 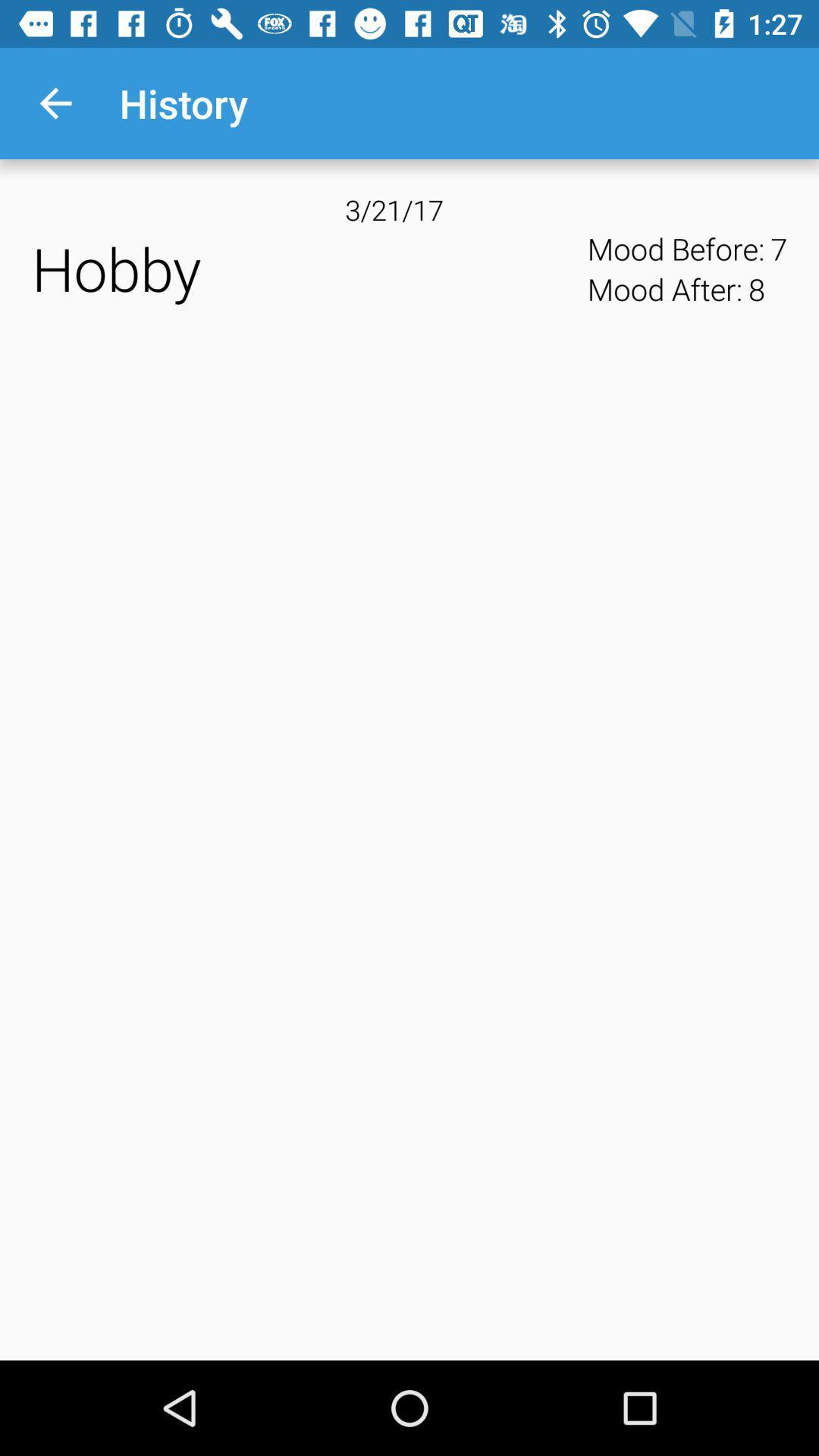 What do you see at coordinates (756, 289) in the screenshot?
I see `the icon next to 7 item` at bounding box center [756, 289].